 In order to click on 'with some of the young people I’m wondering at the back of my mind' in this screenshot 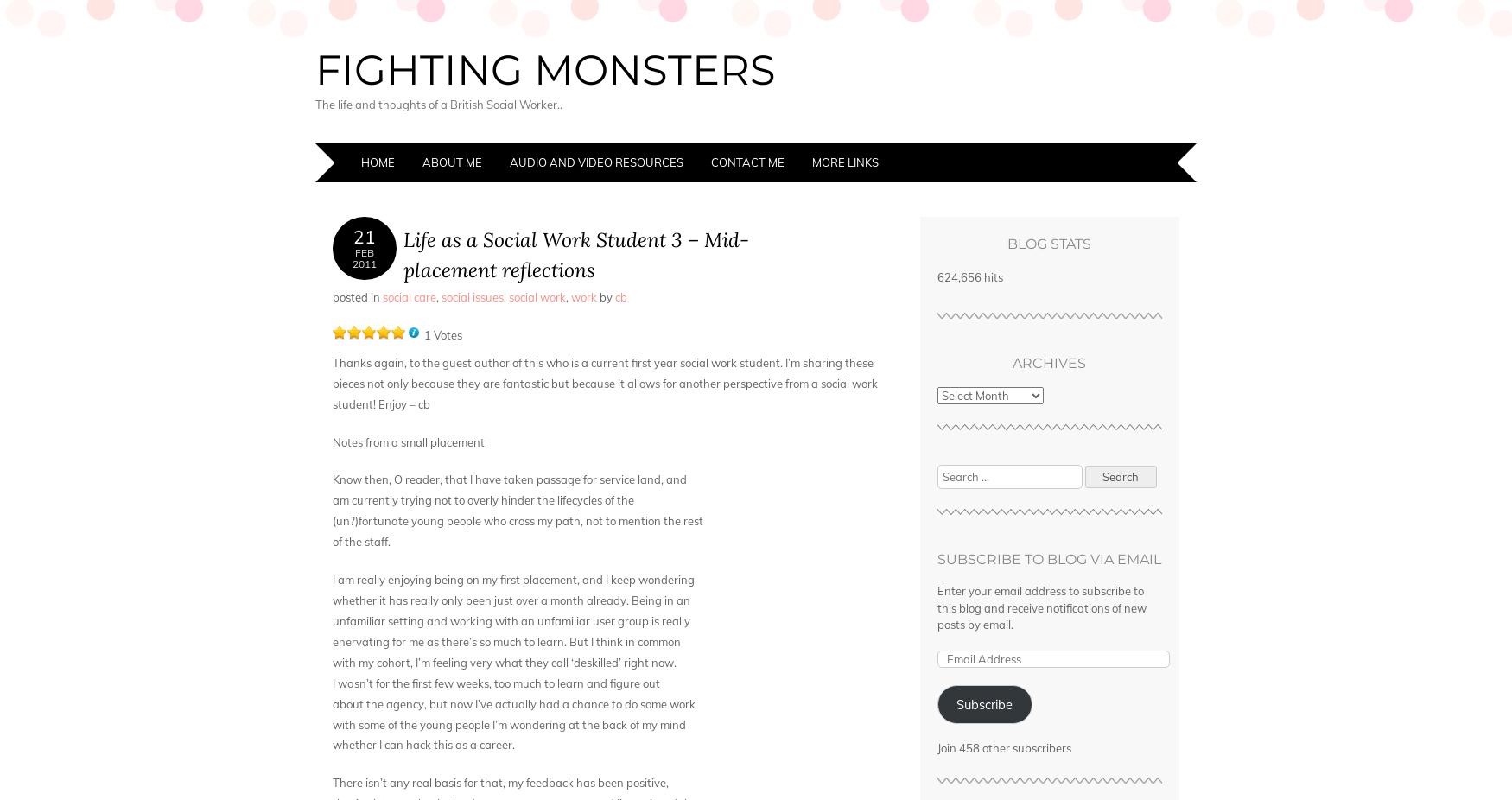, I will do `click(509, 724)`.